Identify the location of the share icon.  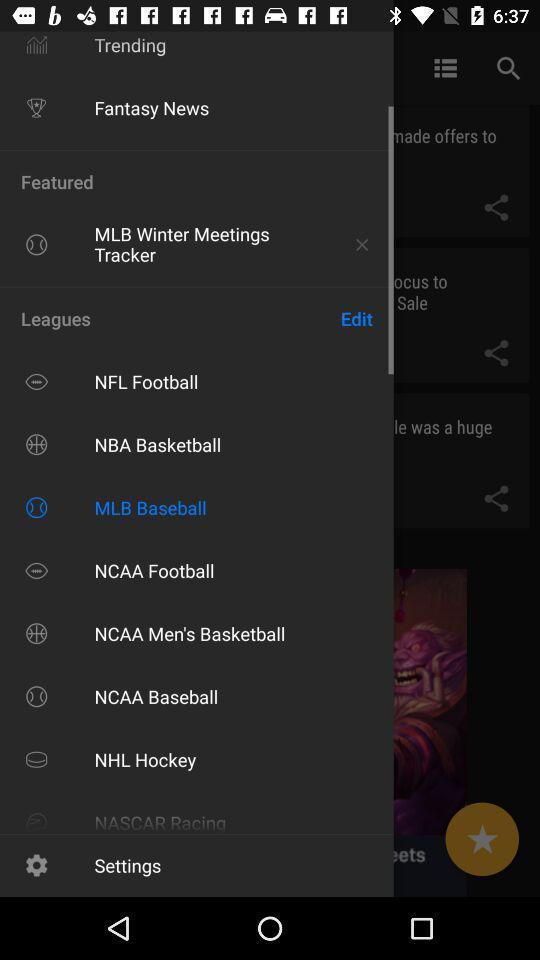
(495, 353).